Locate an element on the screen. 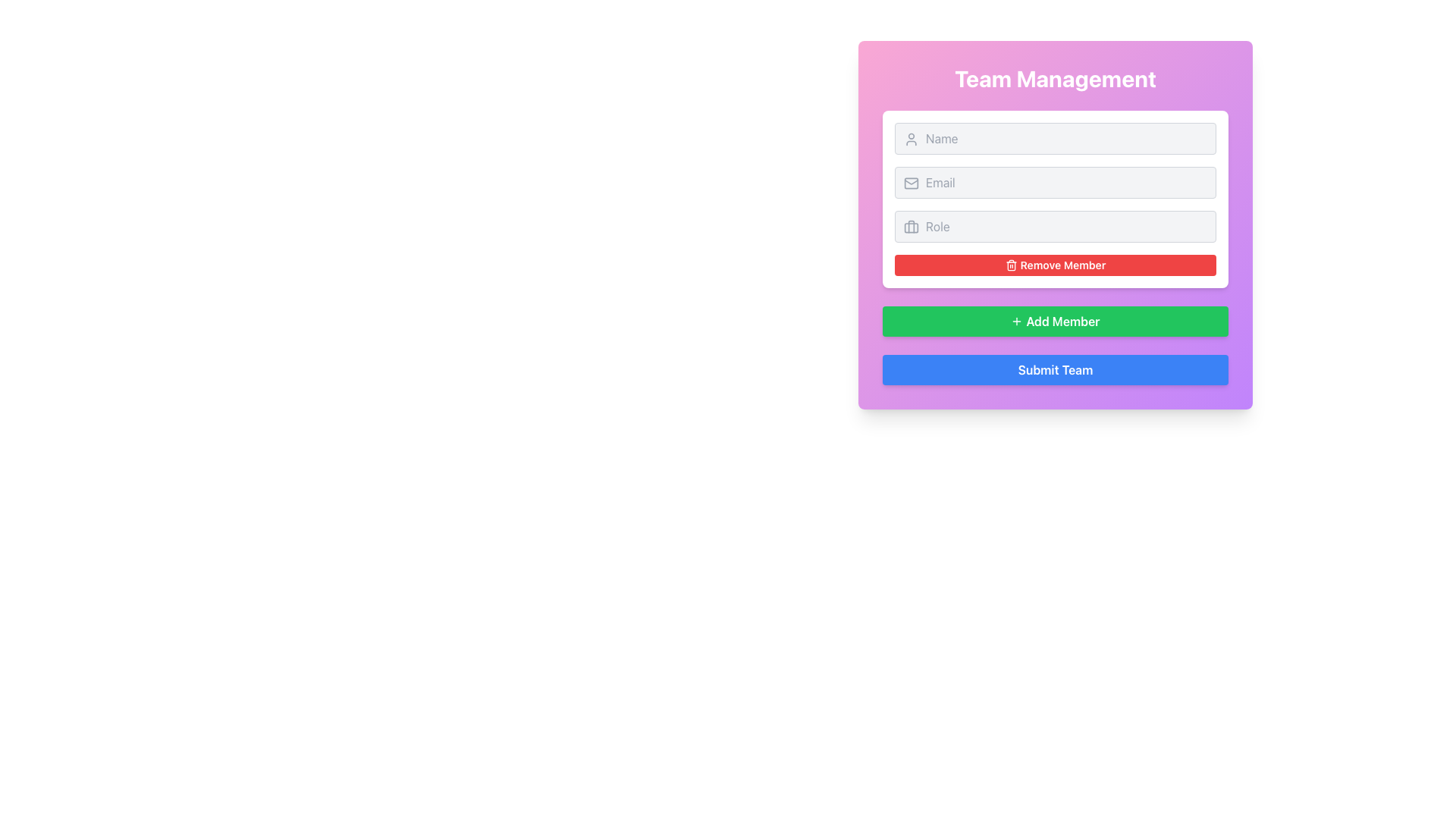 The height and width of the screenshot is (819, 1456). the envelope-shaped SVG graphic icon located within the 'Email' input field of the 'Team Management' form is located at coordinates (910, 183).